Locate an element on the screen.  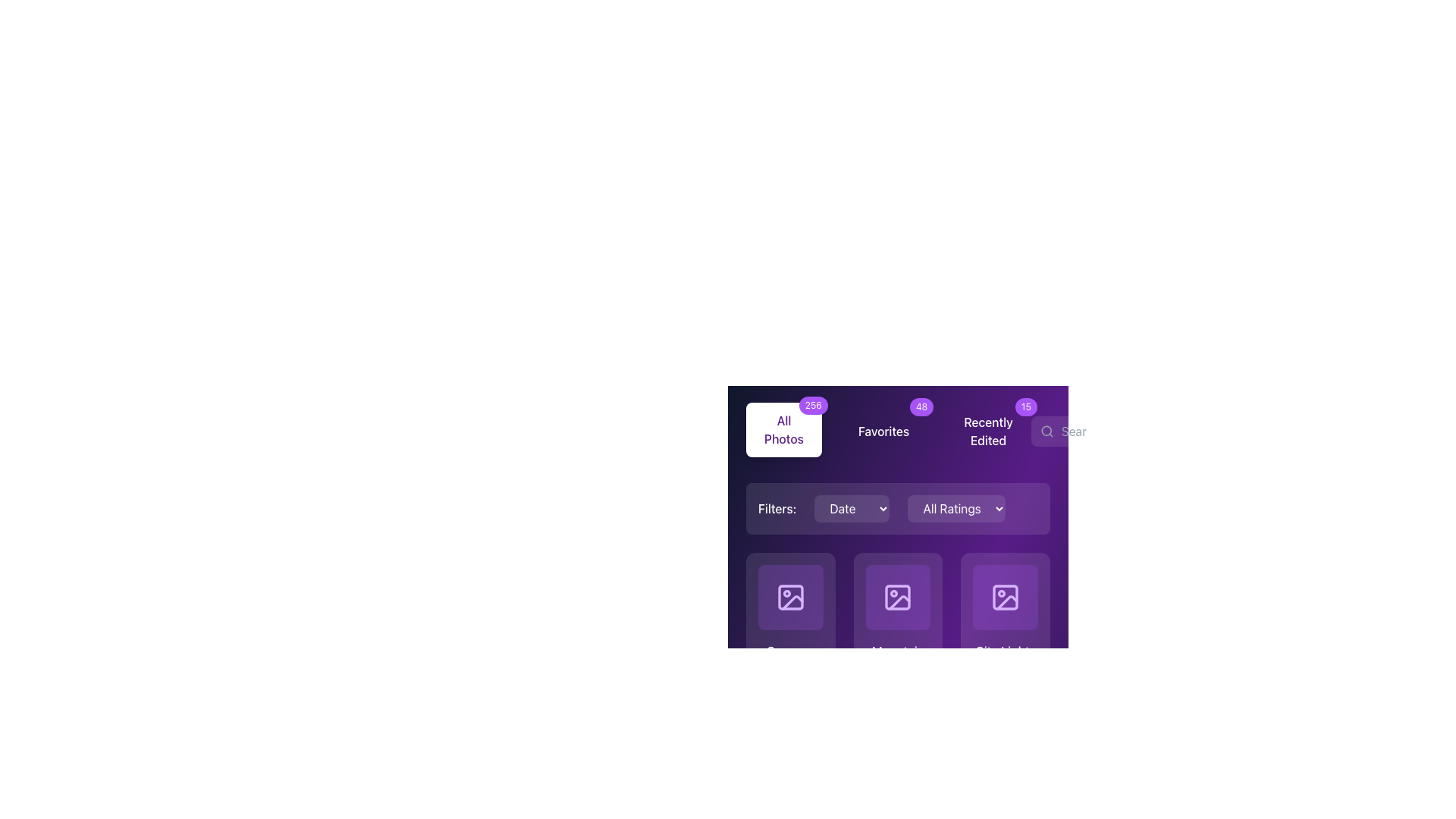
the content of the Notification badge located in the top-right corner of the 'Recently Edited' section, which indicates the number of items or updates is located at coordinates (1026, 406).